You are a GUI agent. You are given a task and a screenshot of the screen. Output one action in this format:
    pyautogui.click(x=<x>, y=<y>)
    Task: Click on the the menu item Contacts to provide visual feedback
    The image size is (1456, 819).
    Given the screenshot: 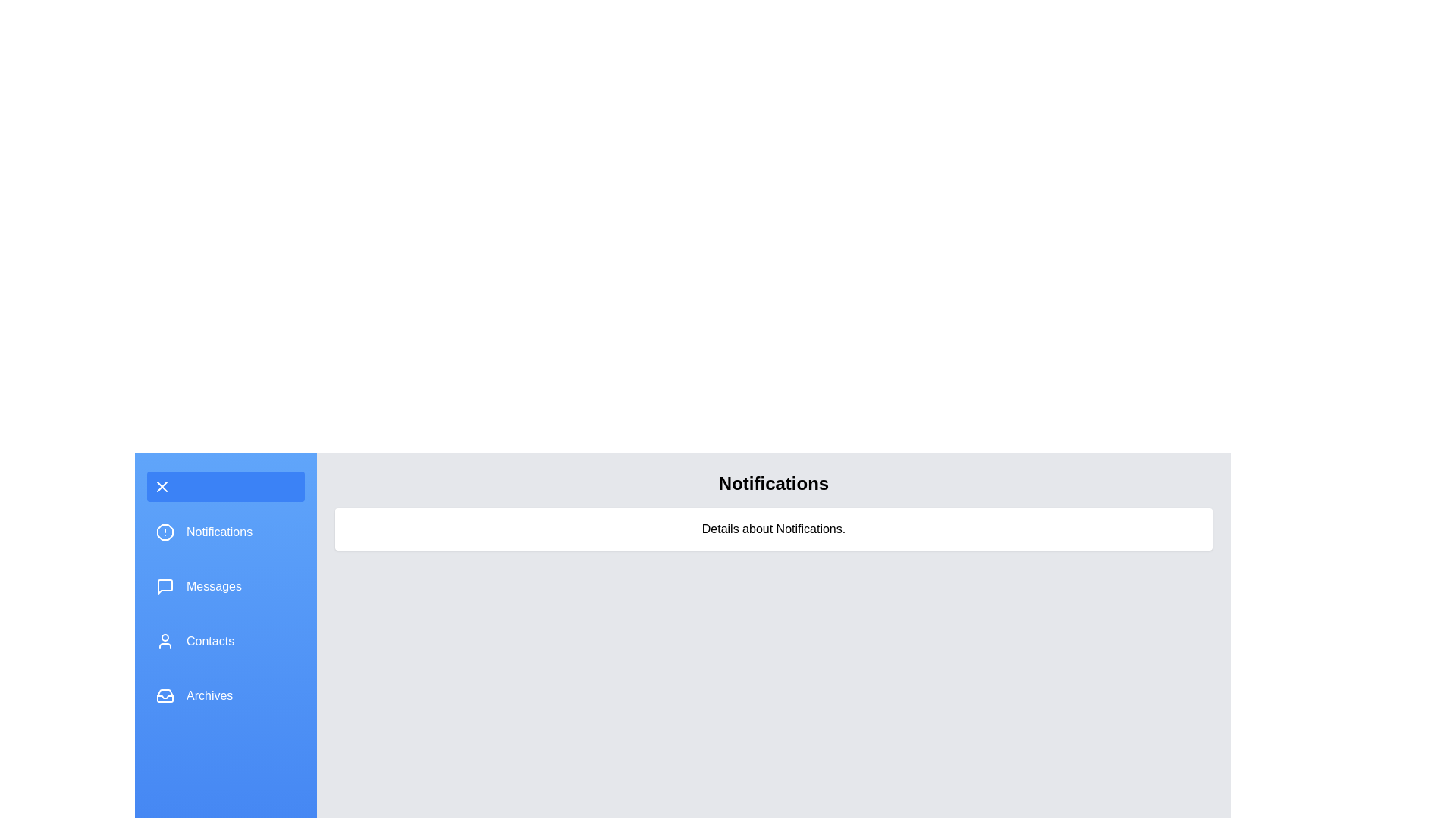 What is the action you would take?
    pyautogui.click(x=224, y=641)
    